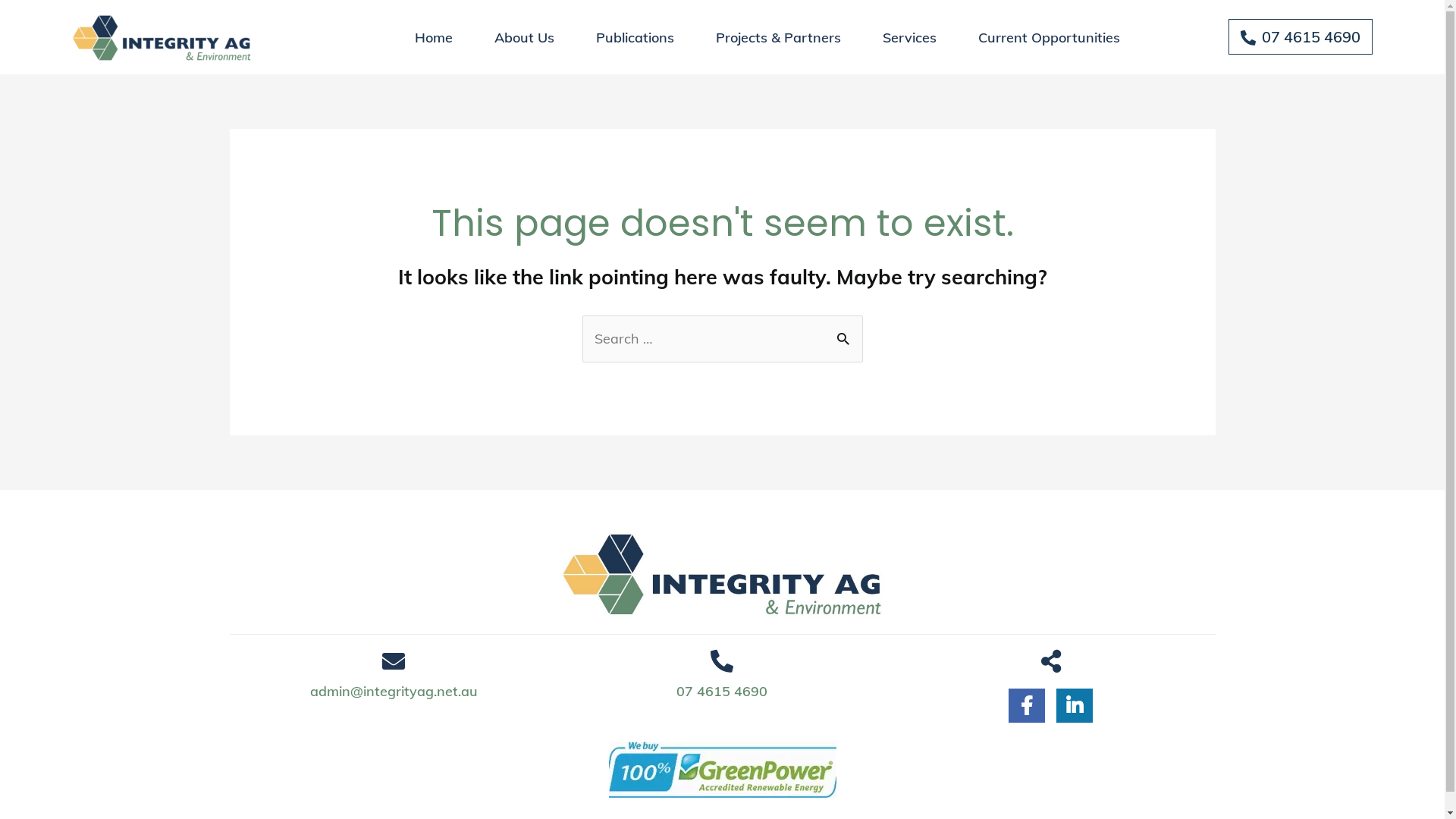 Image resolution: width=1456 pixels, height=819 pixels. What do you see at coordinates (635, 36) in the screenshot?
I see `'Publications'` at bounding box center [635, 36].